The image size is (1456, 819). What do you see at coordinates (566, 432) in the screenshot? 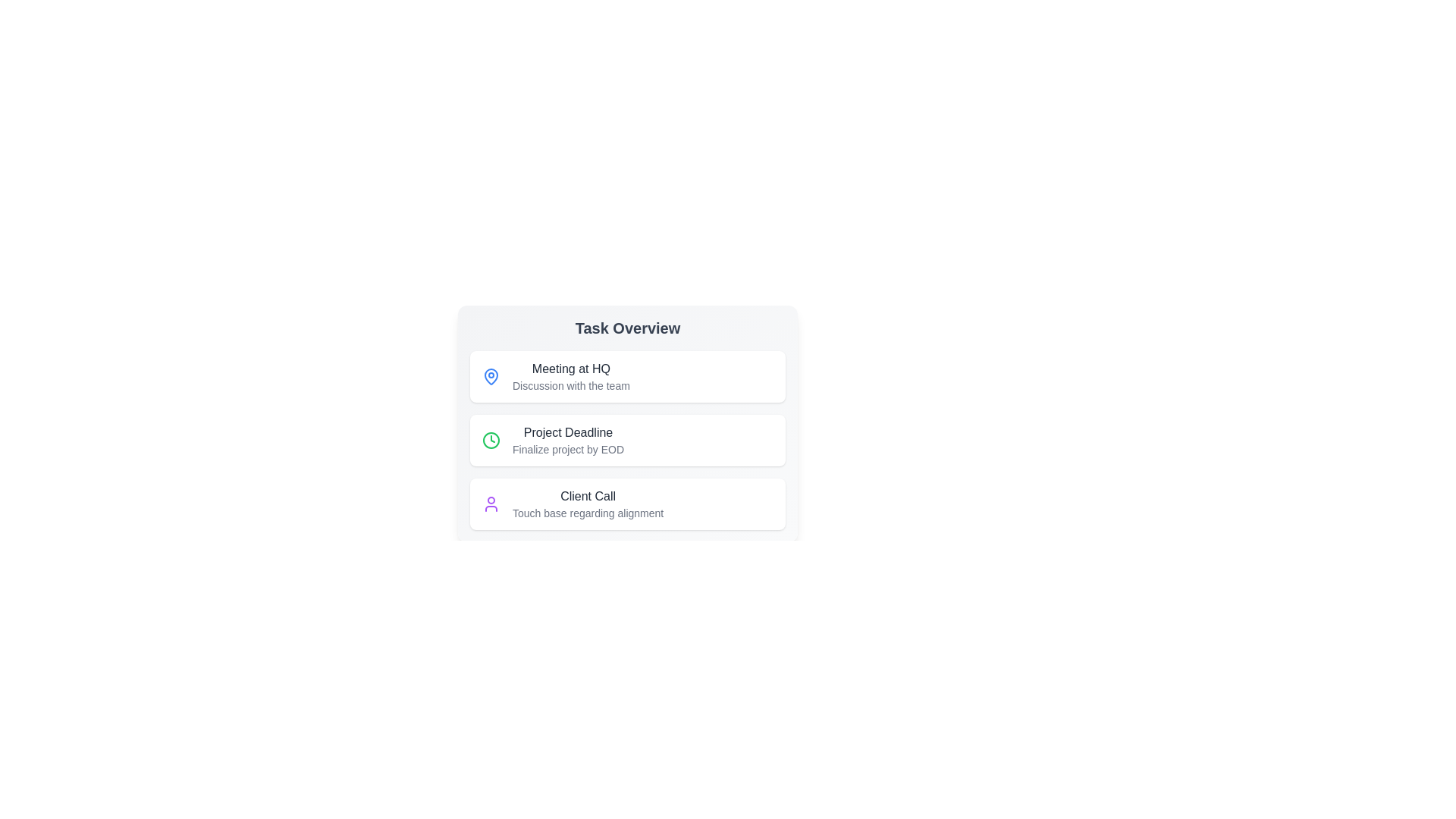
I see `the title of the task 'Project Deadline' to edit or expand it` at bounding box center [566, 432].